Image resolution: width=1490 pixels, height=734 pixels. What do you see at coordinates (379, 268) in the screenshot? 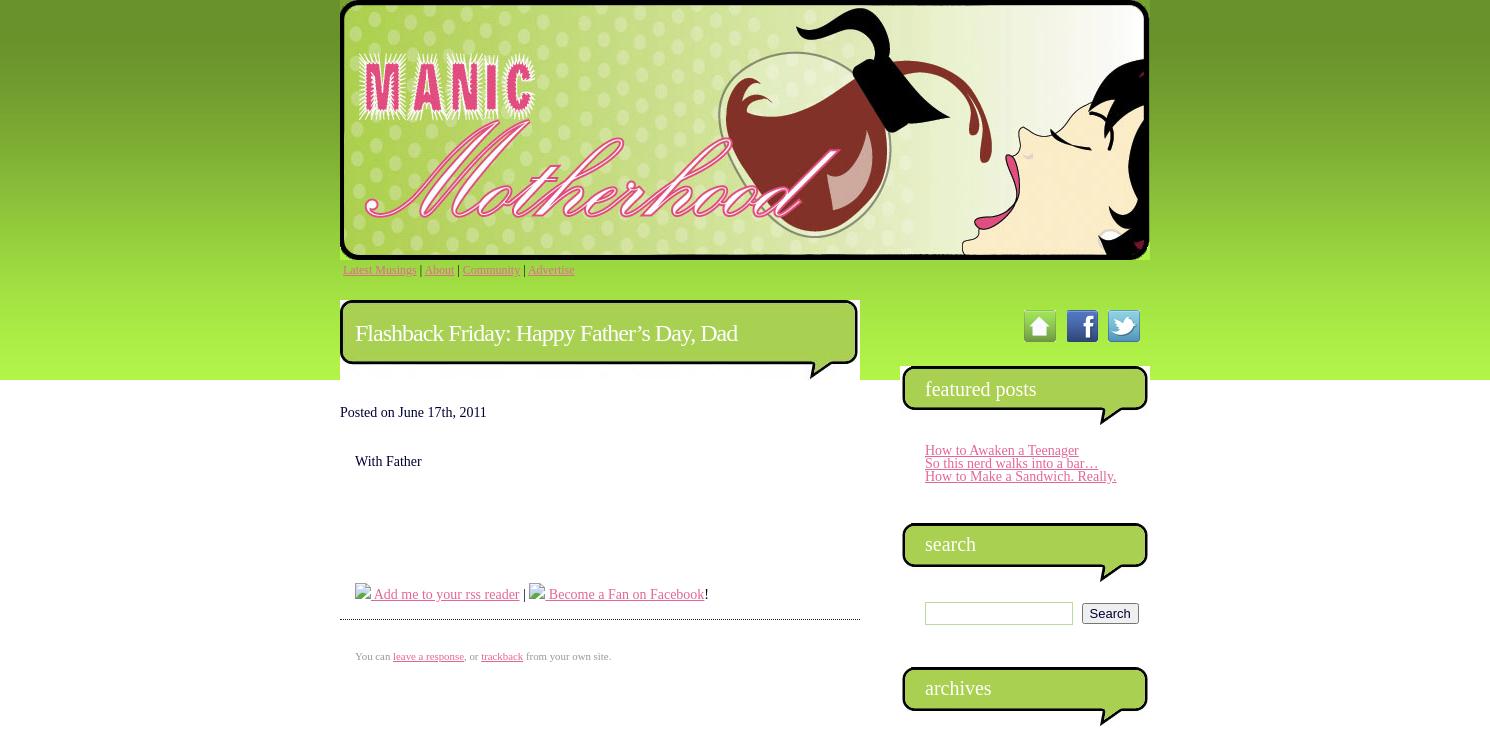
I see `'Latest Musings'` at bounding box center [379, 268].